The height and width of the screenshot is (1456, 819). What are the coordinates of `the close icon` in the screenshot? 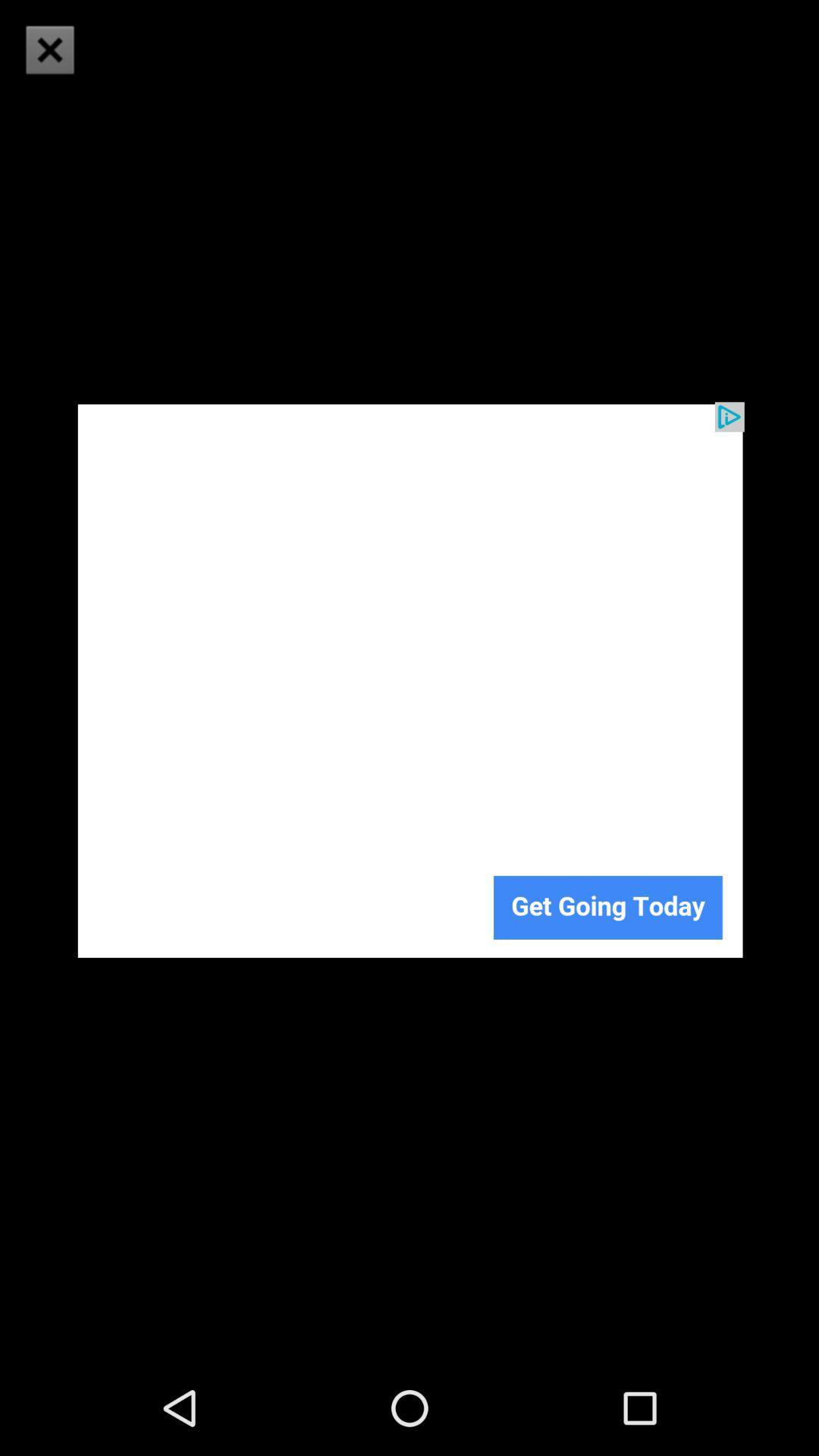 It's located at (49, 53).